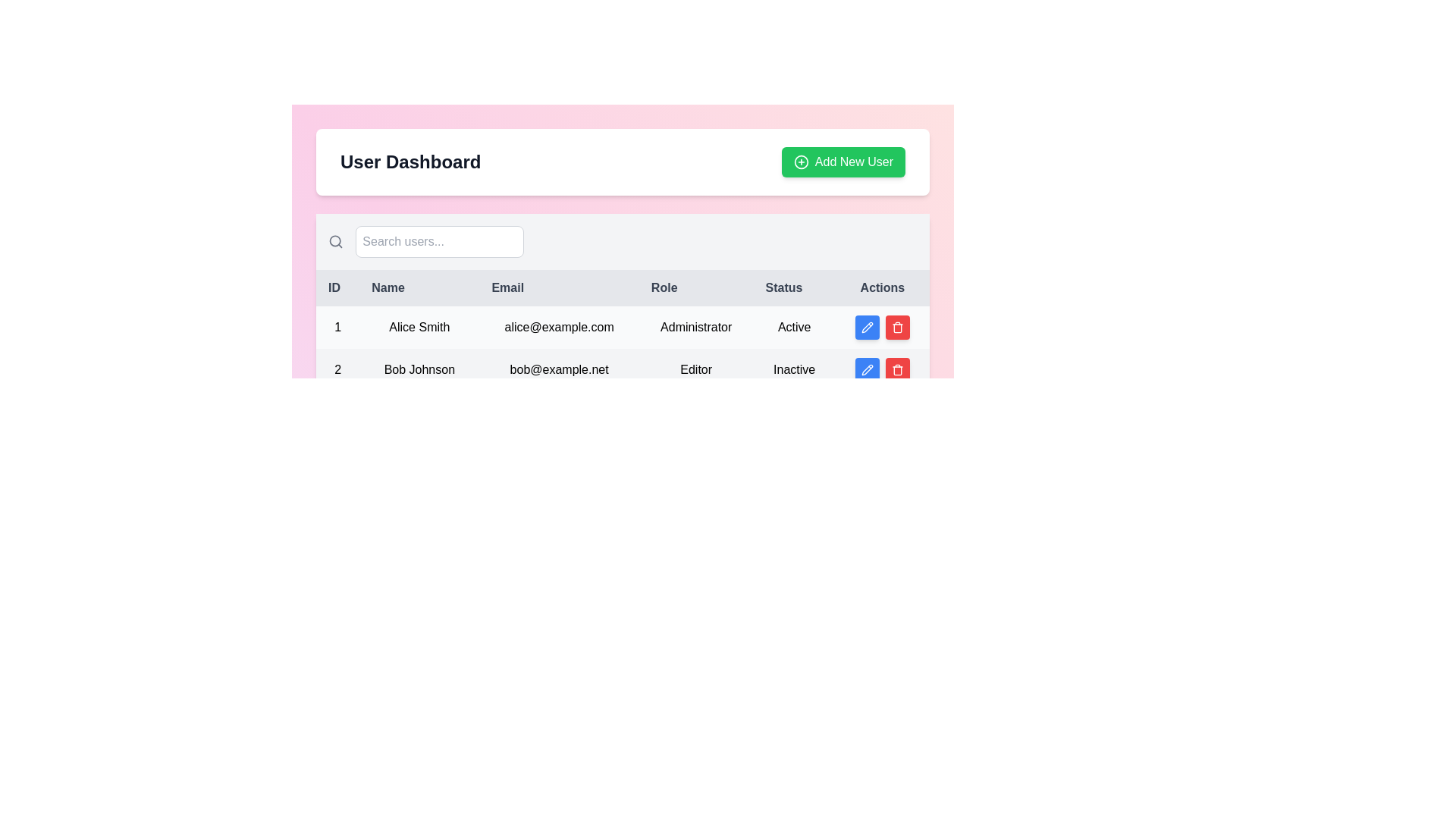 This screenshot has height=819, width=1456. I want to click on the trash can icon, which is styled as a delete action and located within the 'Actions' column of the table row for 'Bob Johnson', so click(897, 327).